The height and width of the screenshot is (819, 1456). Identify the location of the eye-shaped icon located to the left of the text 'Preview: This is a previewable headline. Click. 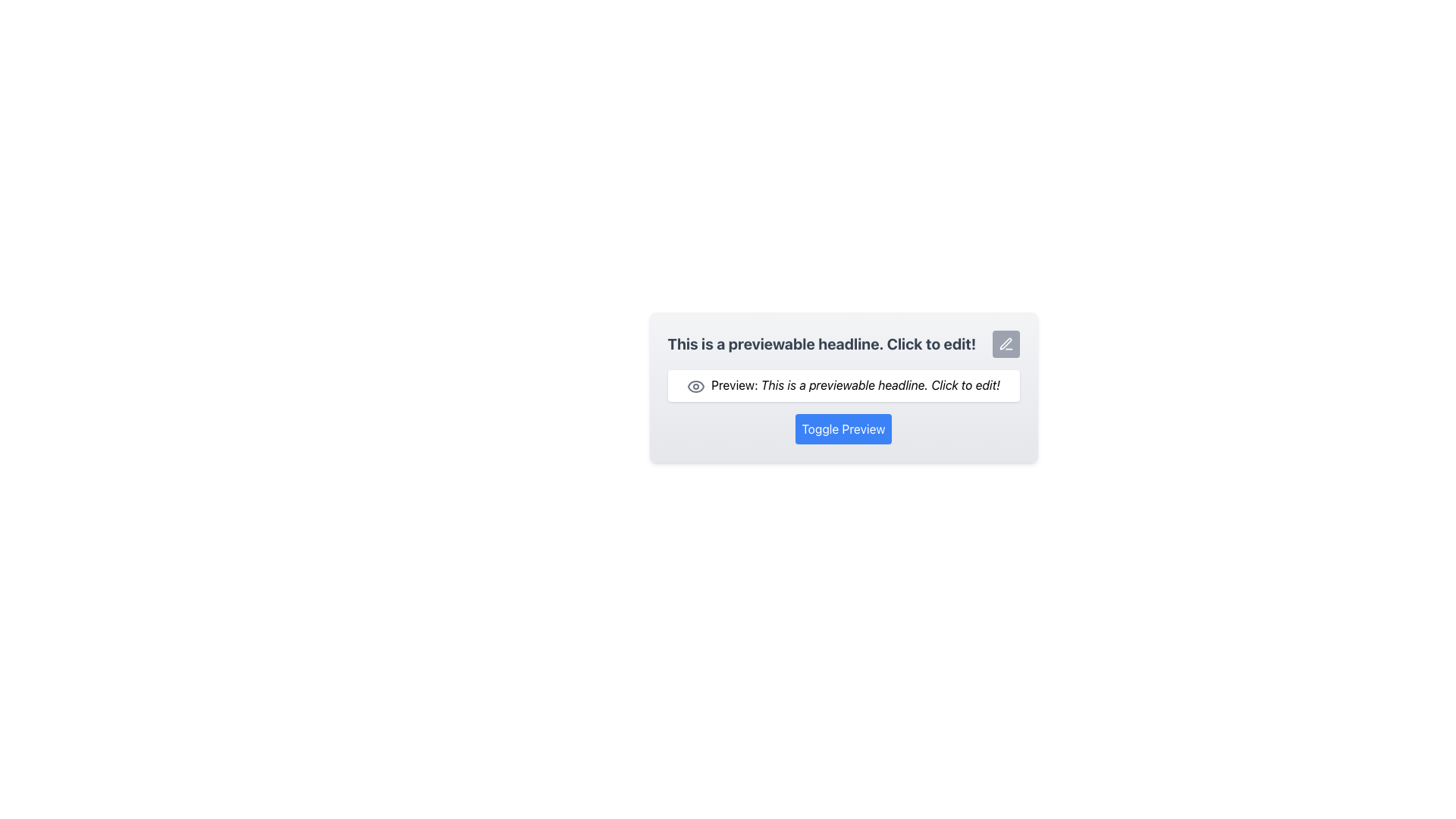
(695, 385).